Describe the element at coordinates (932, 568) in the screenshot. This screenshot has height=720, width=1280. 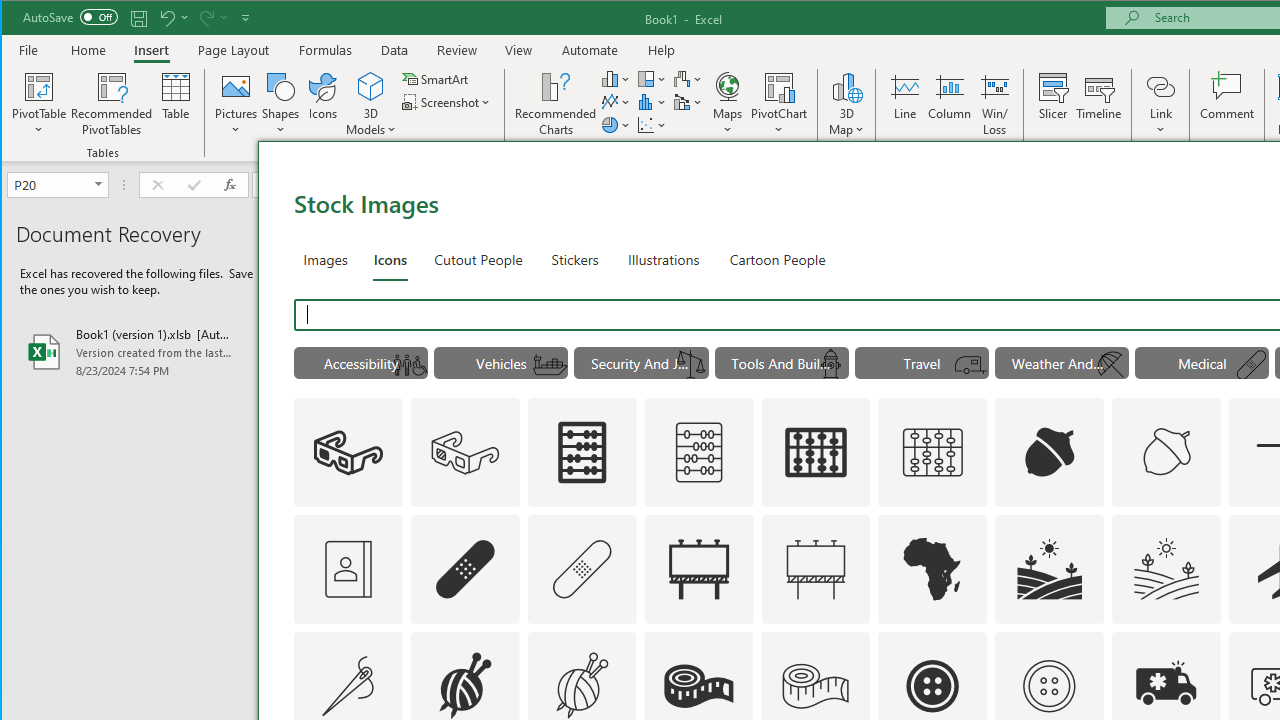
I see `'AutomationID: Icons_Africa'` at that location.